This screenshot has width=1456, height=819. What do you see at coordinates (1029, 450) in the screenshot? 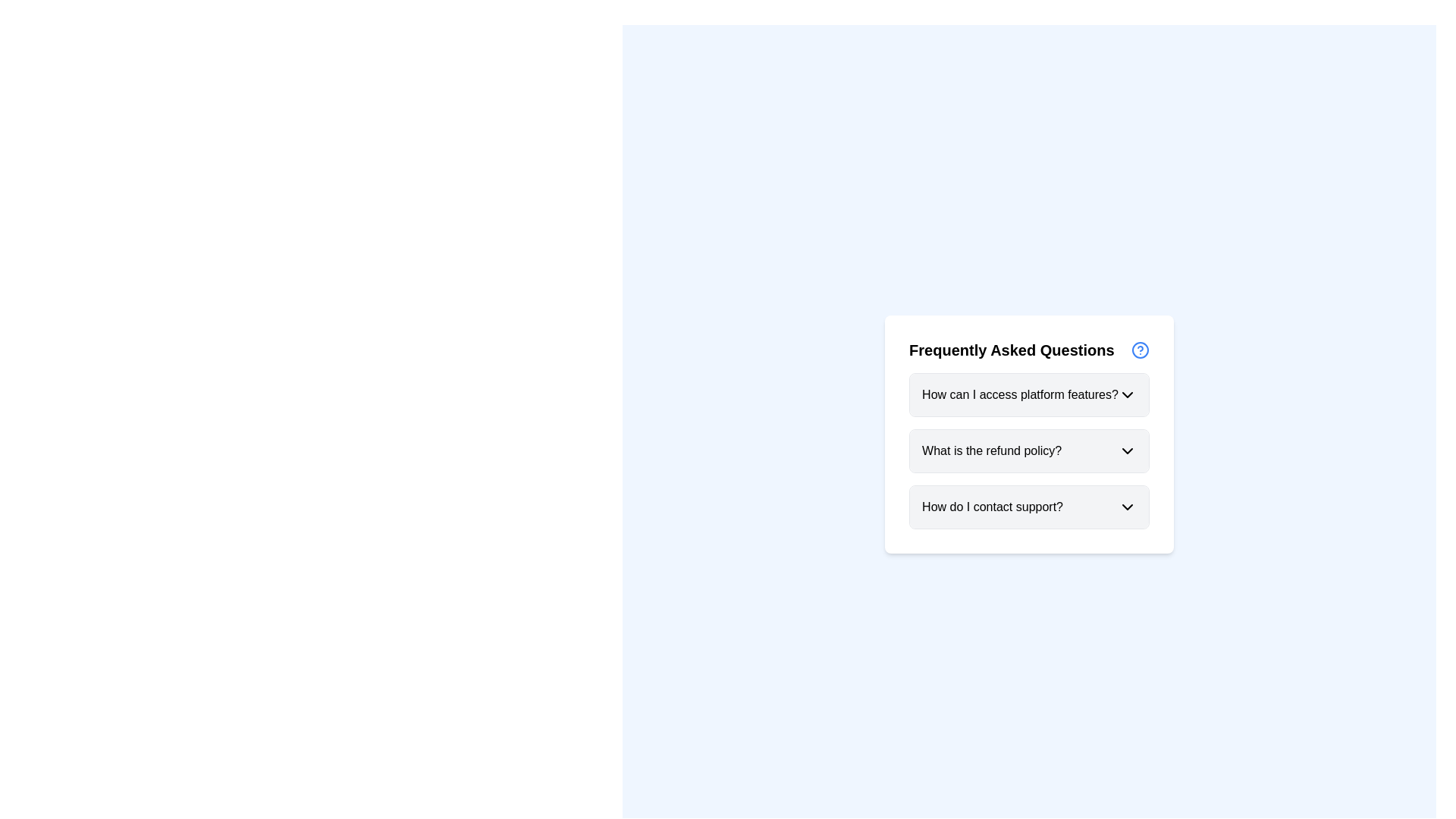
I see `the second FAQ question entry in the 'Frequently Asked Questions' card` at bounding box center [1029, 450].